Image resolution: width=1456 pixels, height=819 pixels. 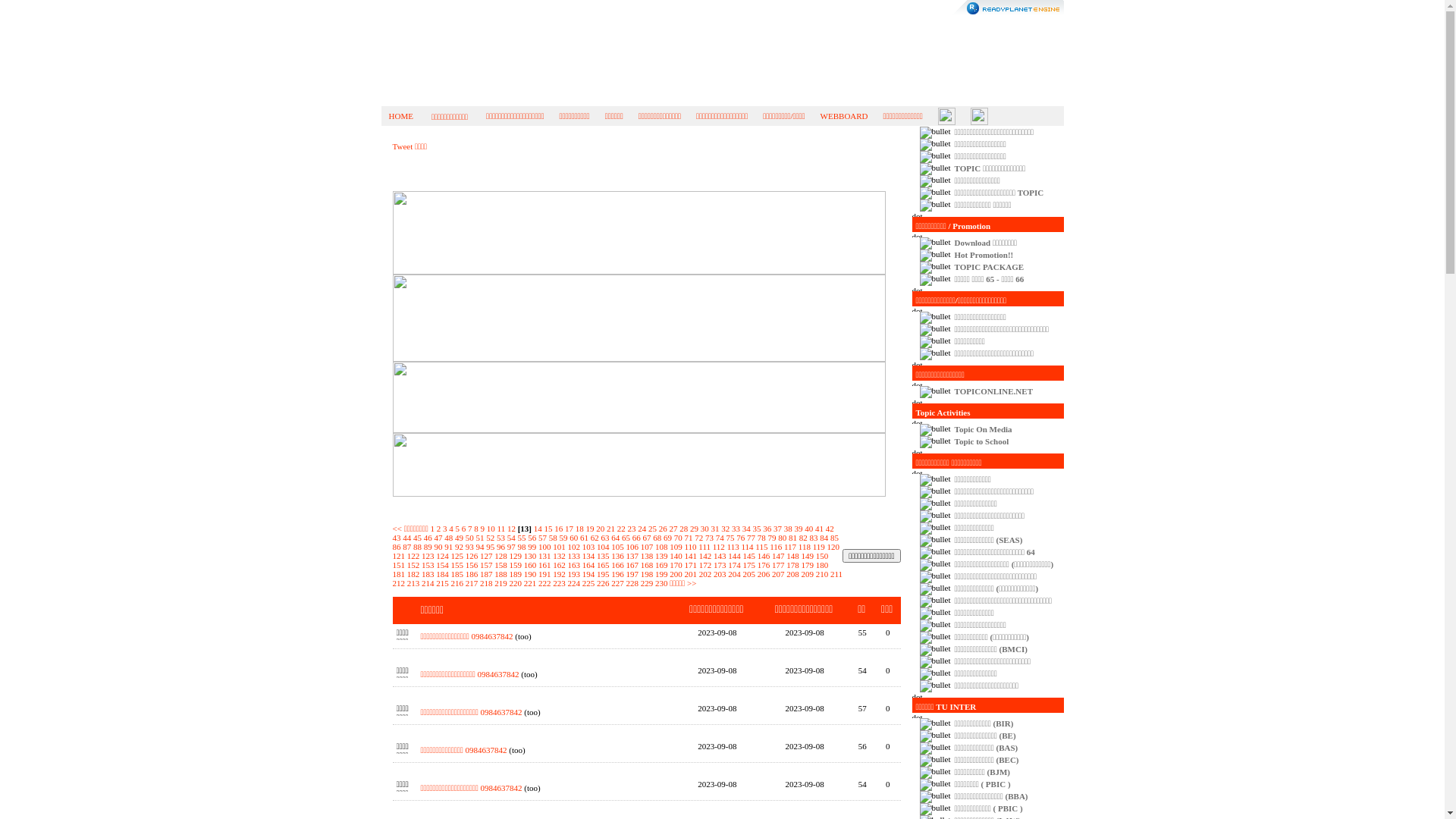 I want to click on '146', so click(x=764, y=555).